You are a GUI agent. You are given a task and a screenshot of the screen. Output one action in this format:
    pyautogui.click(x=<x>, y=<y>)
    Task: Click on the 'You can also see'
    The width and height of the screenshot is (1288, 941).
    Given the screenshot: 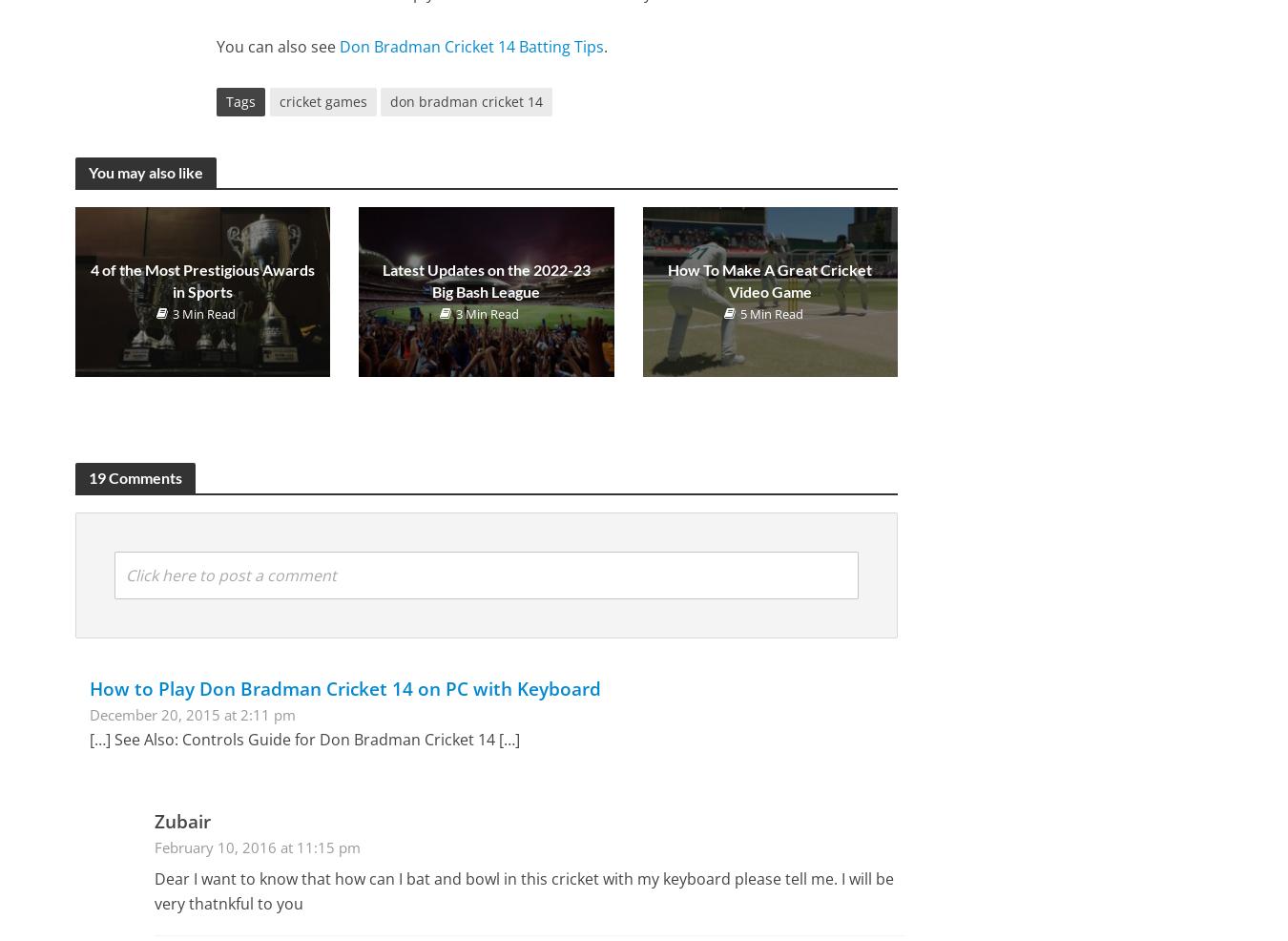 What is the action you would take?
    pyautogui.click(x=277, y=46)
    